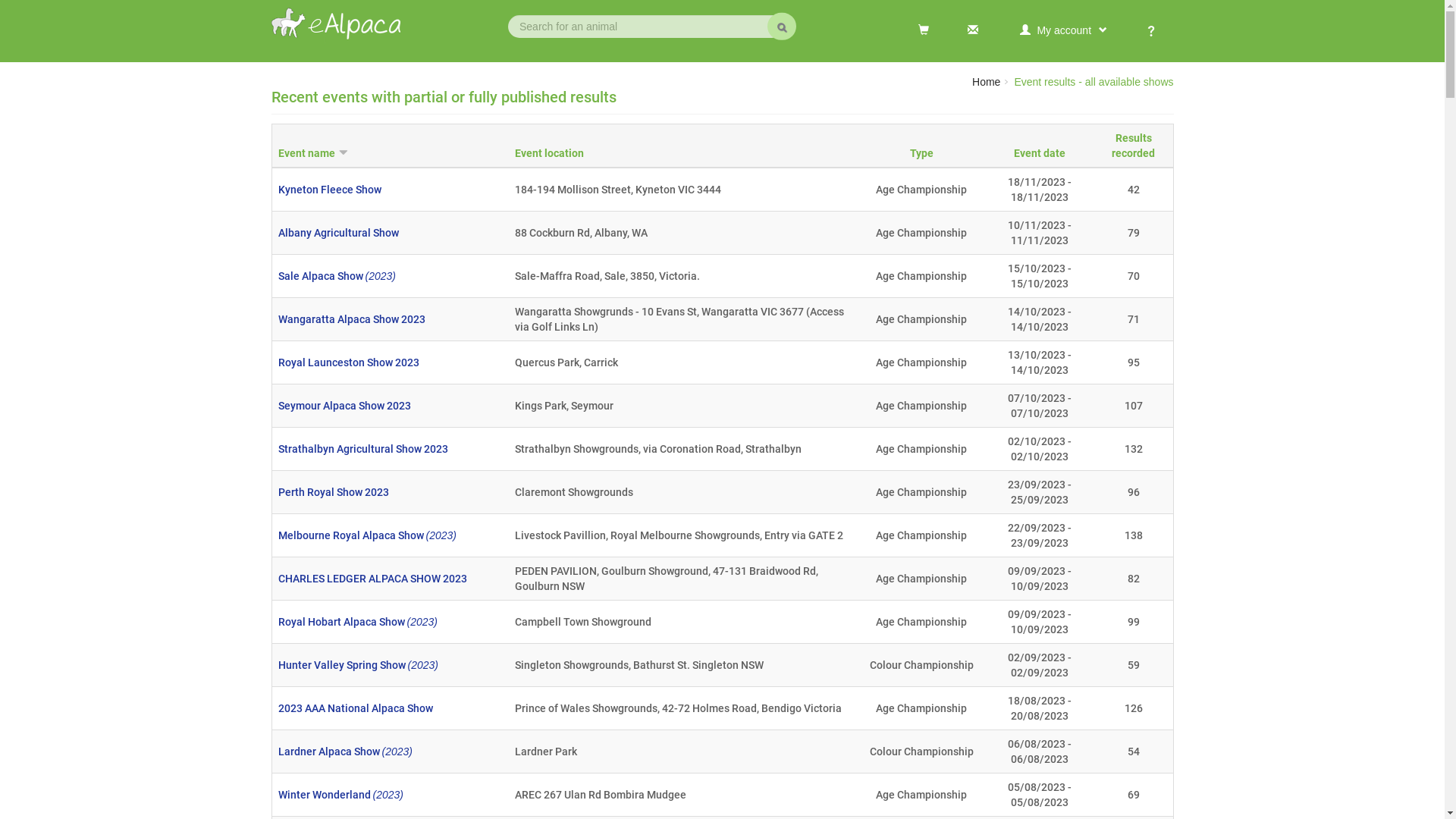 The width and height of the screenshot is (1456, 819). I want to click on 'Albany Agricultural Show', so click(337, 233).